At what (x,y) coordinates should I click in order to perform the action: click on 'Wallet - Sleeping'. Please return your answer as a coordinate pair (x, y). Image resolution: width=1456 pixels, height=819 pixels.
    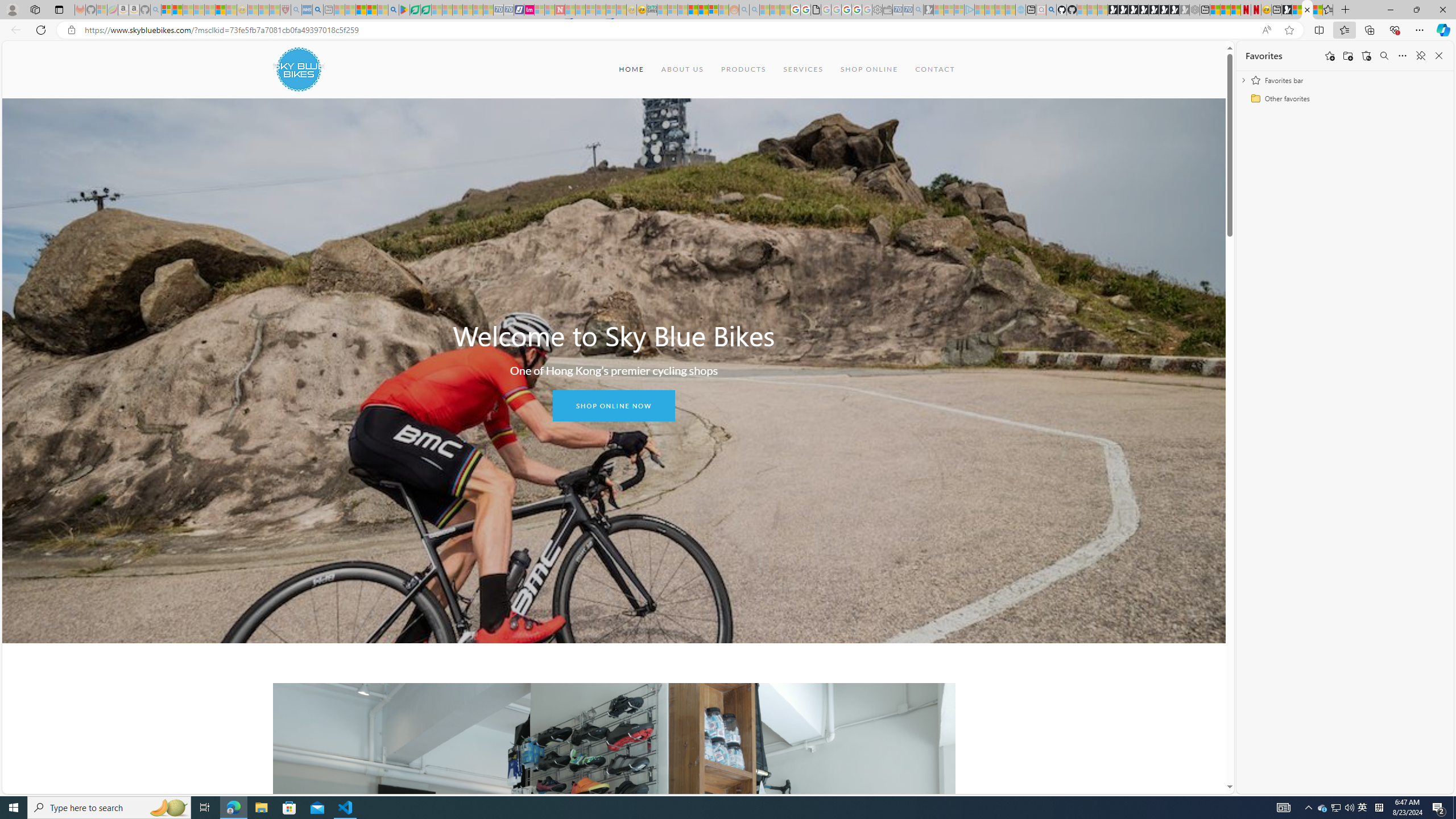
    Looking at the image, I should click on (887, 9).